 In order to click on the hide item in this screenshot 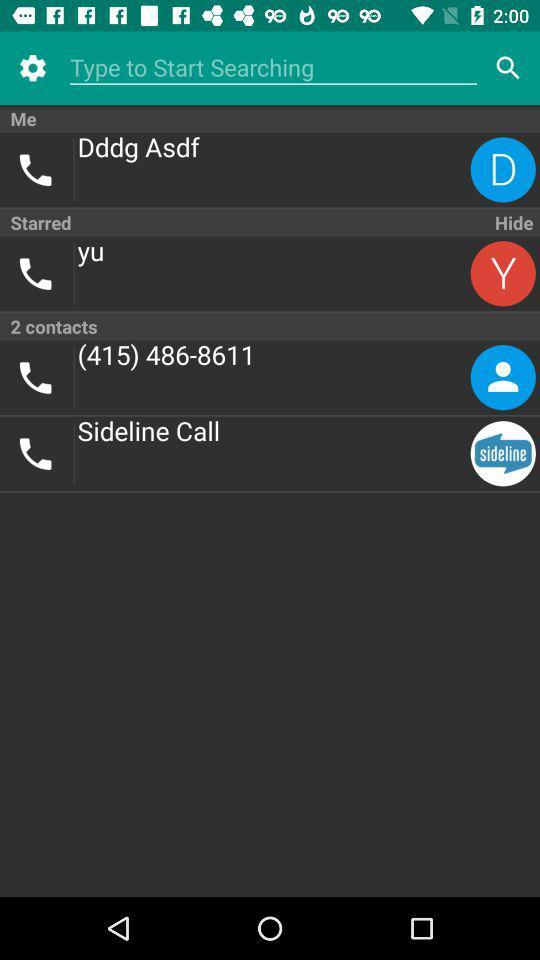, I will do `click(512, 222)`.